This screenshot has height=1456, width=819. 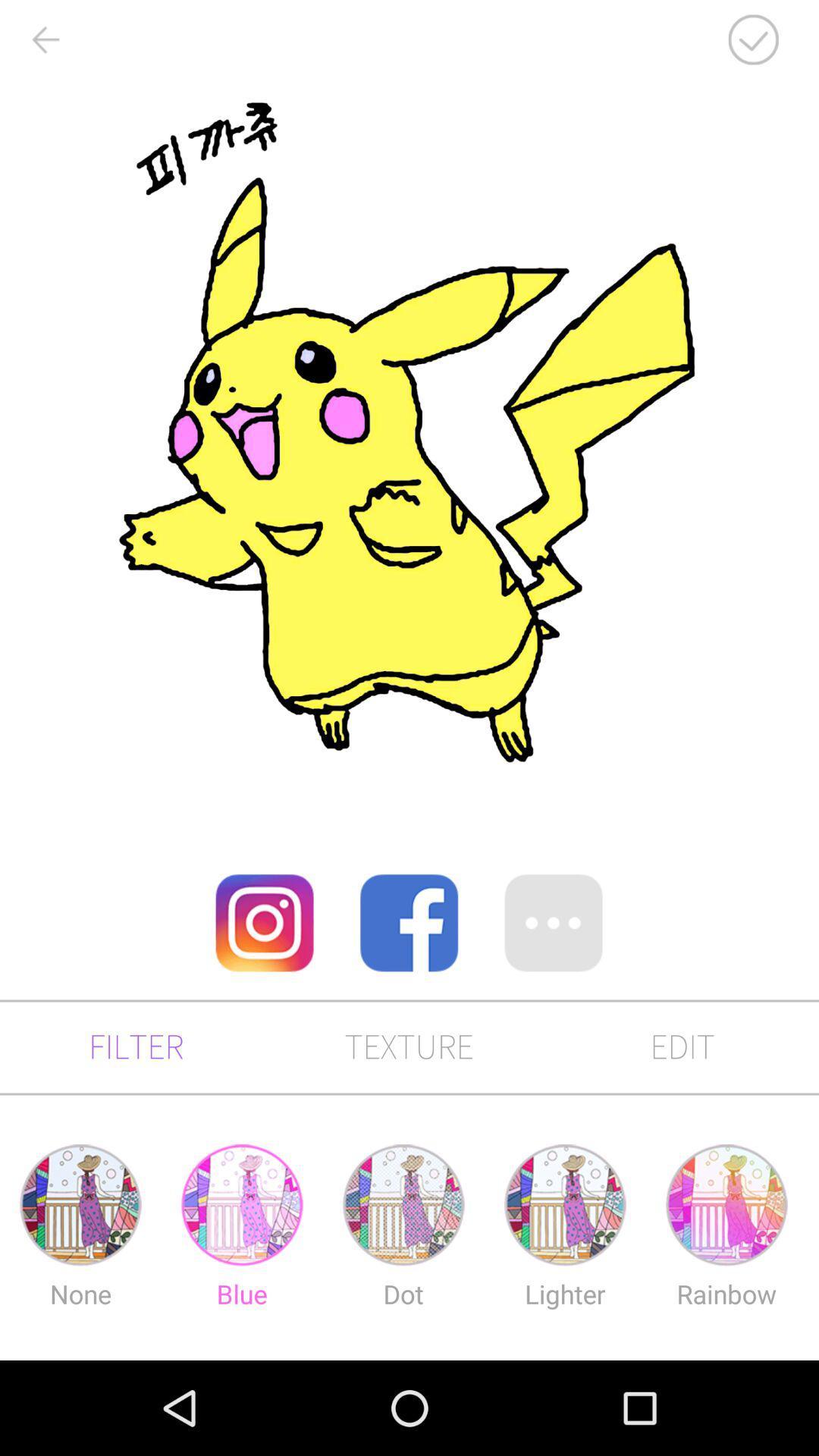 I want to click on the photo icon, so click(x=264, y=922).